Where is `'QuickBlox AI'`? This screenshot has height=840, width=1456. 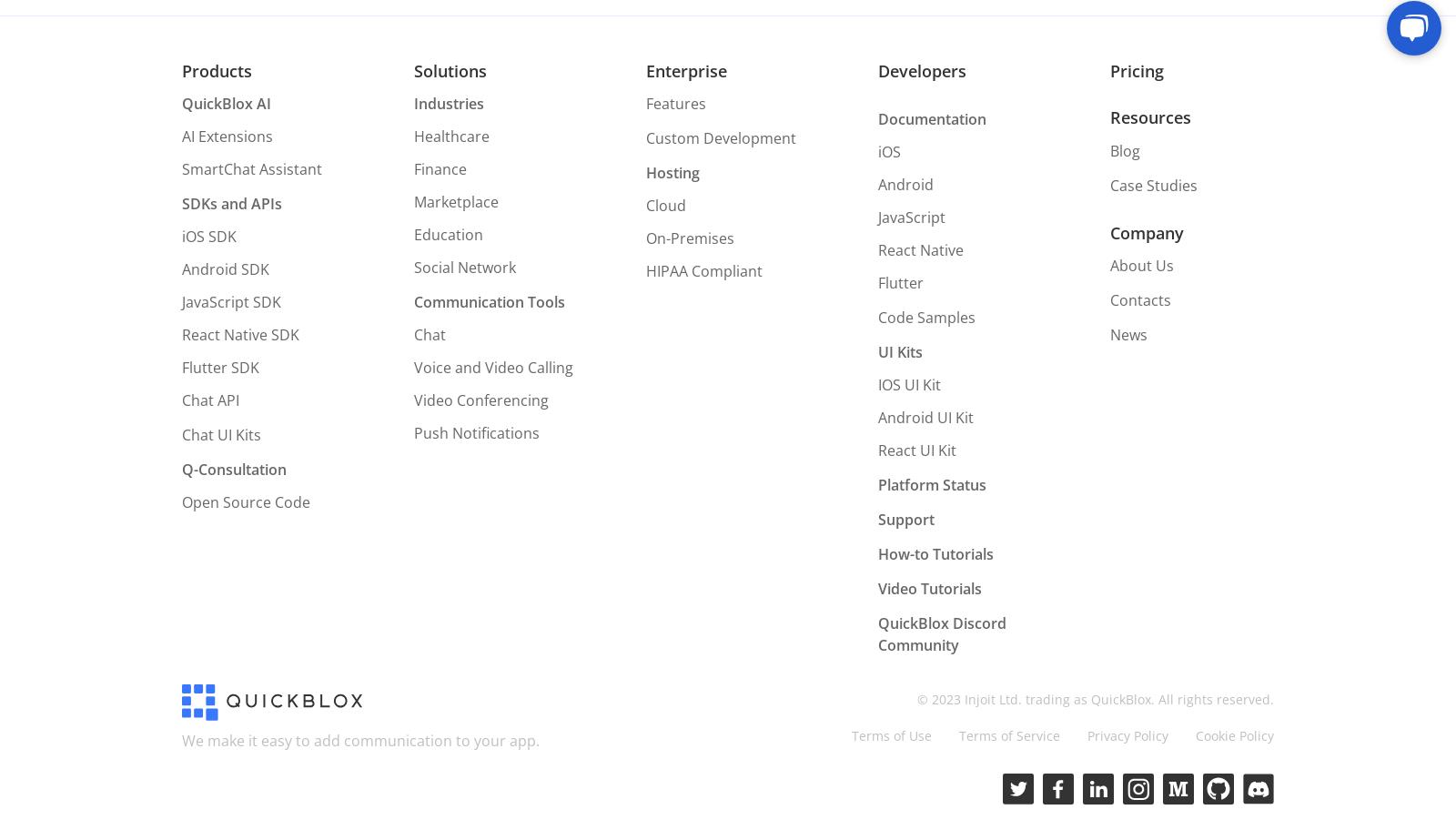 'QuickBlox AI' is located at coordinates (226, 103).